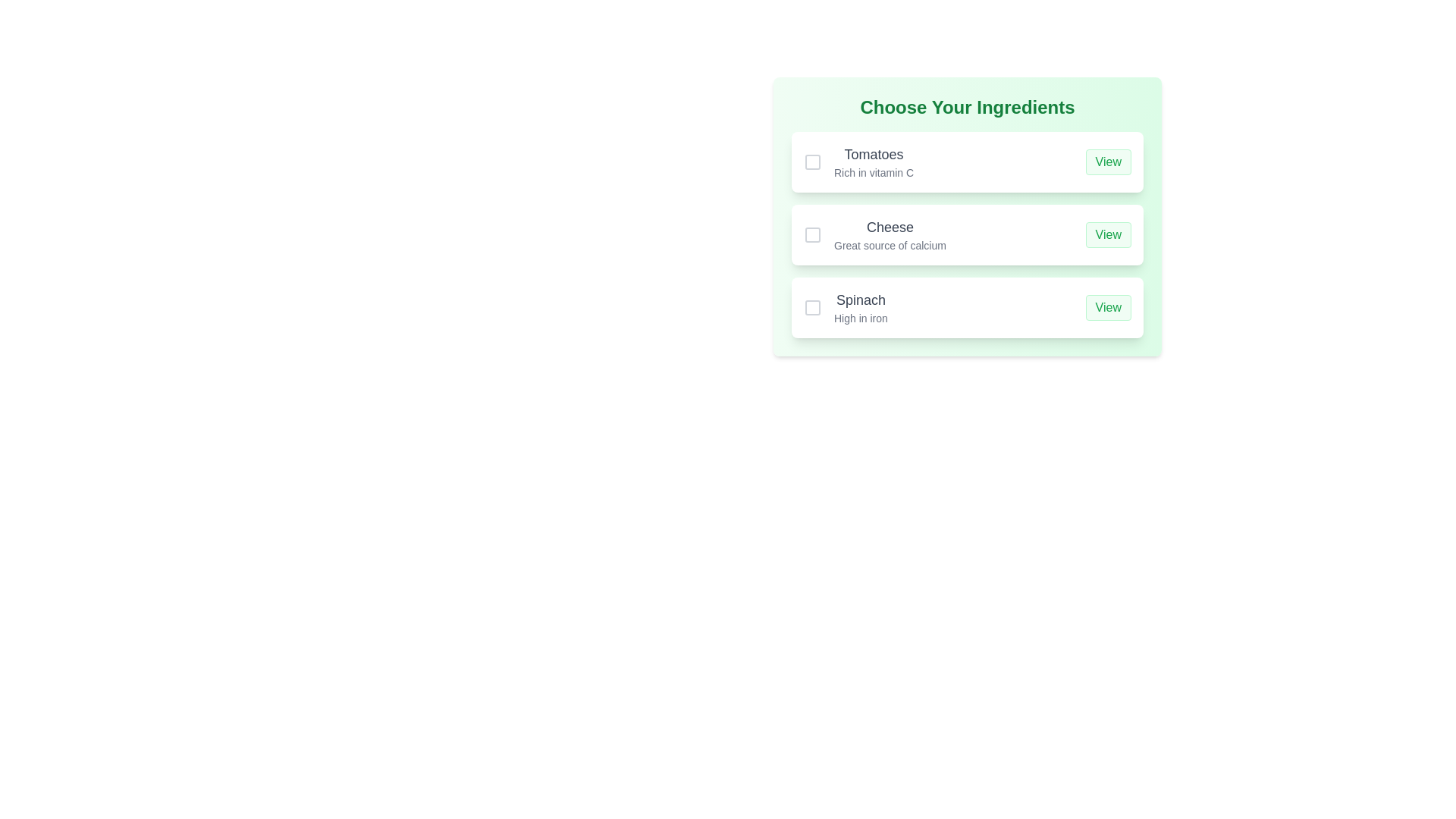  I want to click on the decorative rectangle within the unchecked checkbox SVG icon located to the left of the text 'Tomatoes' in the ingredient list, so click(811, 162).